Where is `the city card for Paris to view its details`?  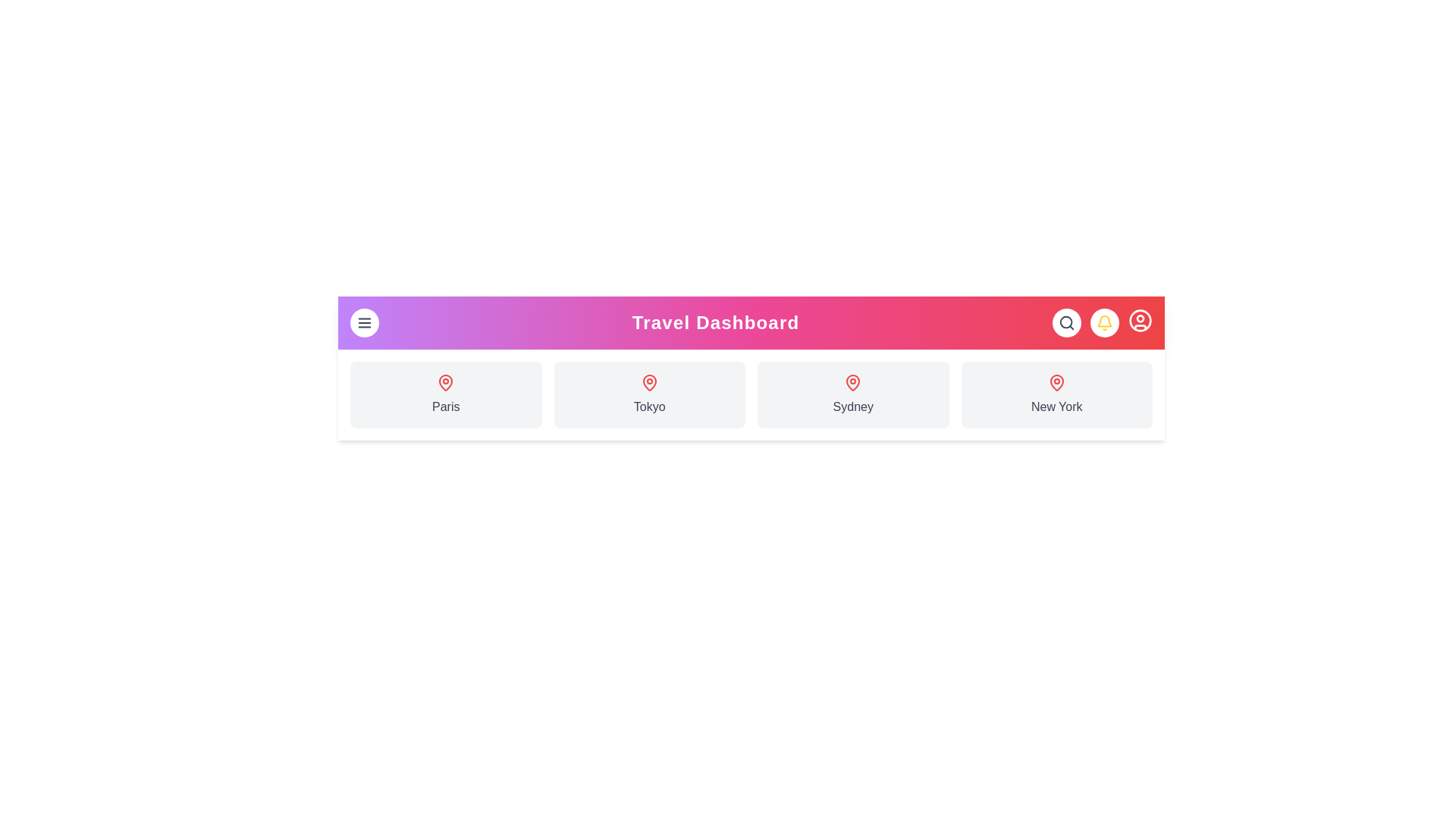
the city card for Paris to view its details is located at coordinates (445, 394).